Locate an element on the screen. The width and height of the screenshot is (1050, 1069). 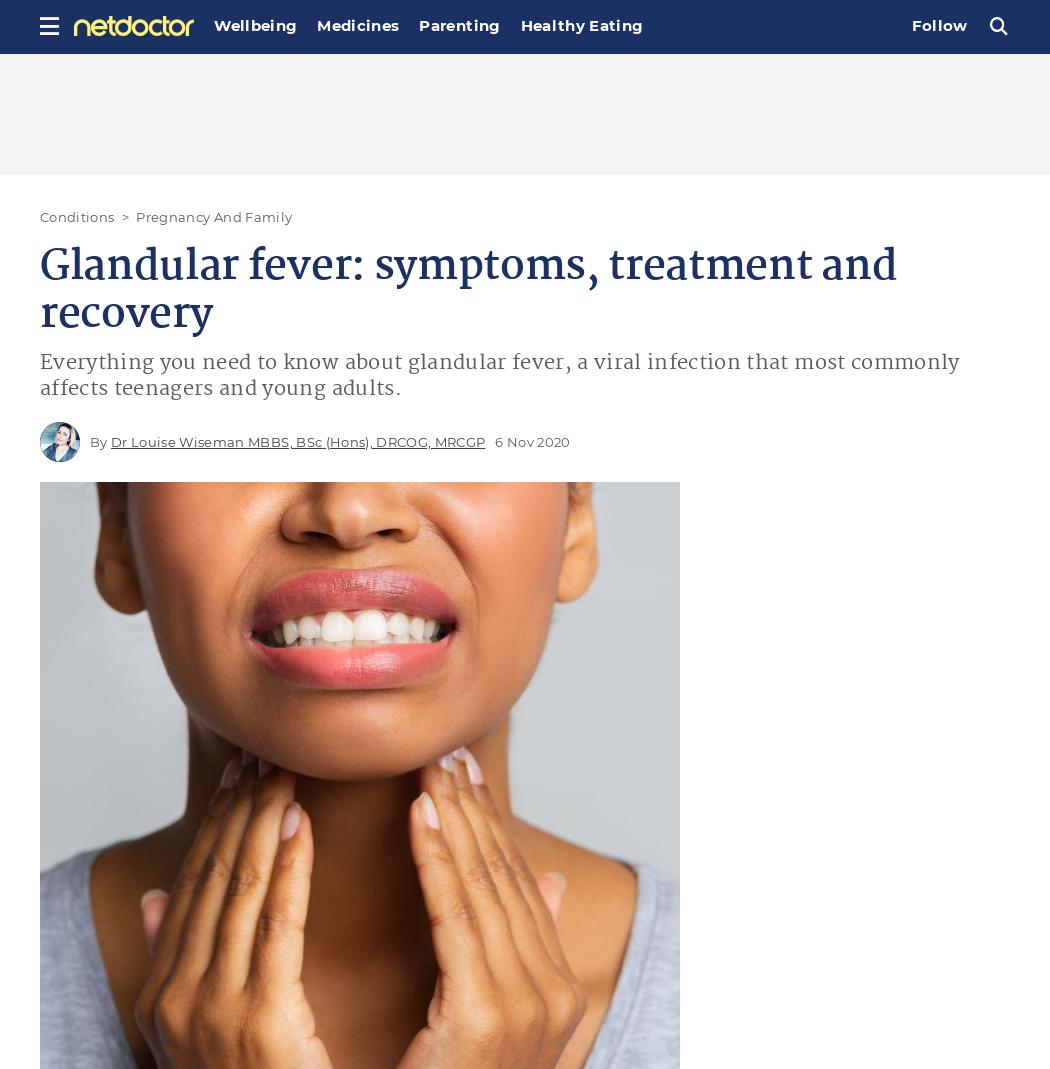
'Healthy Eating' is located at coordinates (580, 24).